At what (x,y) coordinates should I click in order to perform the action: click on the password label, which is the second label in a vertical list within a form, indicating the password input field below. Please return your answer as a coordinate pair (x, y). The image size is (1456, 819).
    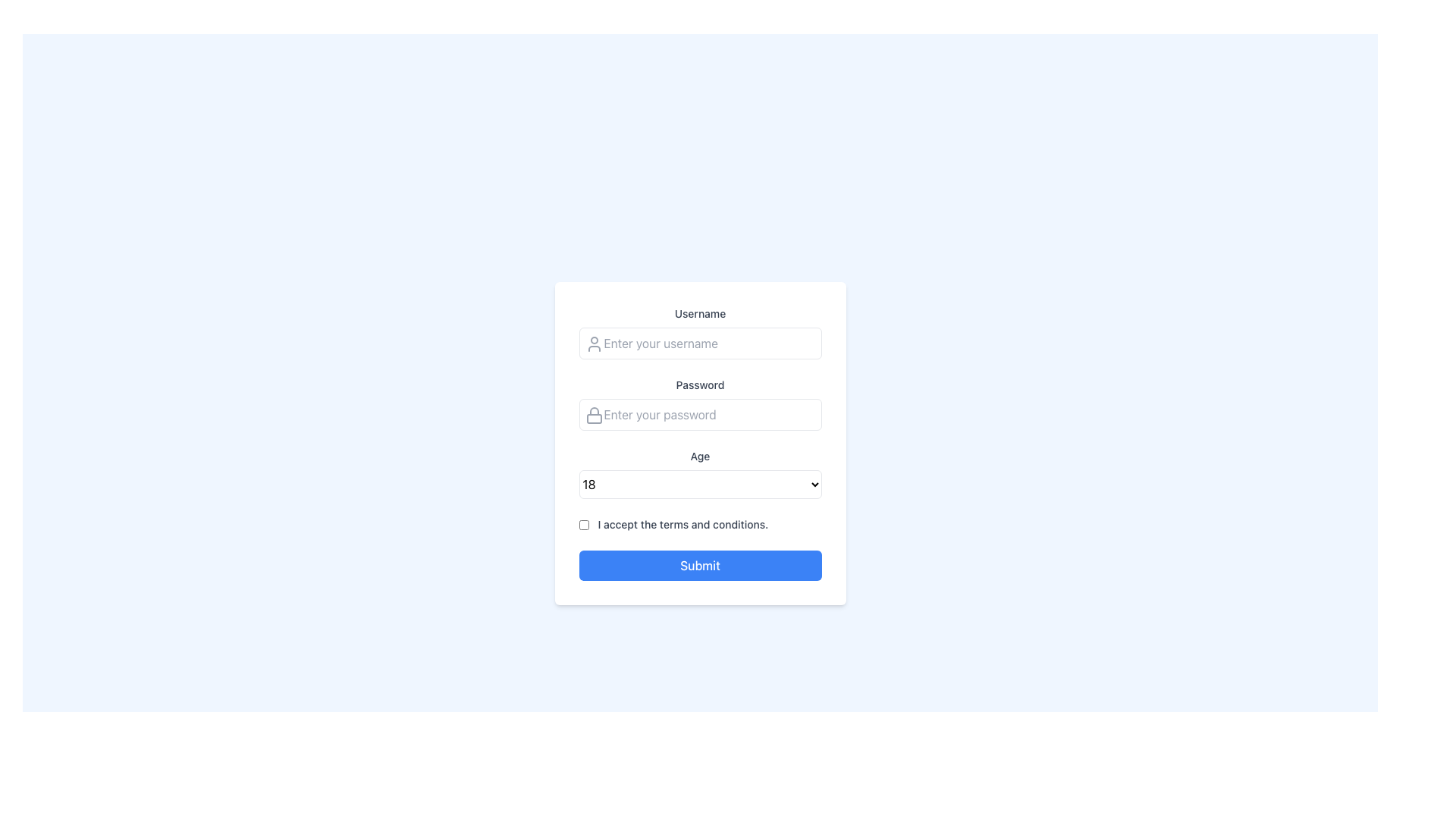
    Looking at the image, I should click on (699, 384).